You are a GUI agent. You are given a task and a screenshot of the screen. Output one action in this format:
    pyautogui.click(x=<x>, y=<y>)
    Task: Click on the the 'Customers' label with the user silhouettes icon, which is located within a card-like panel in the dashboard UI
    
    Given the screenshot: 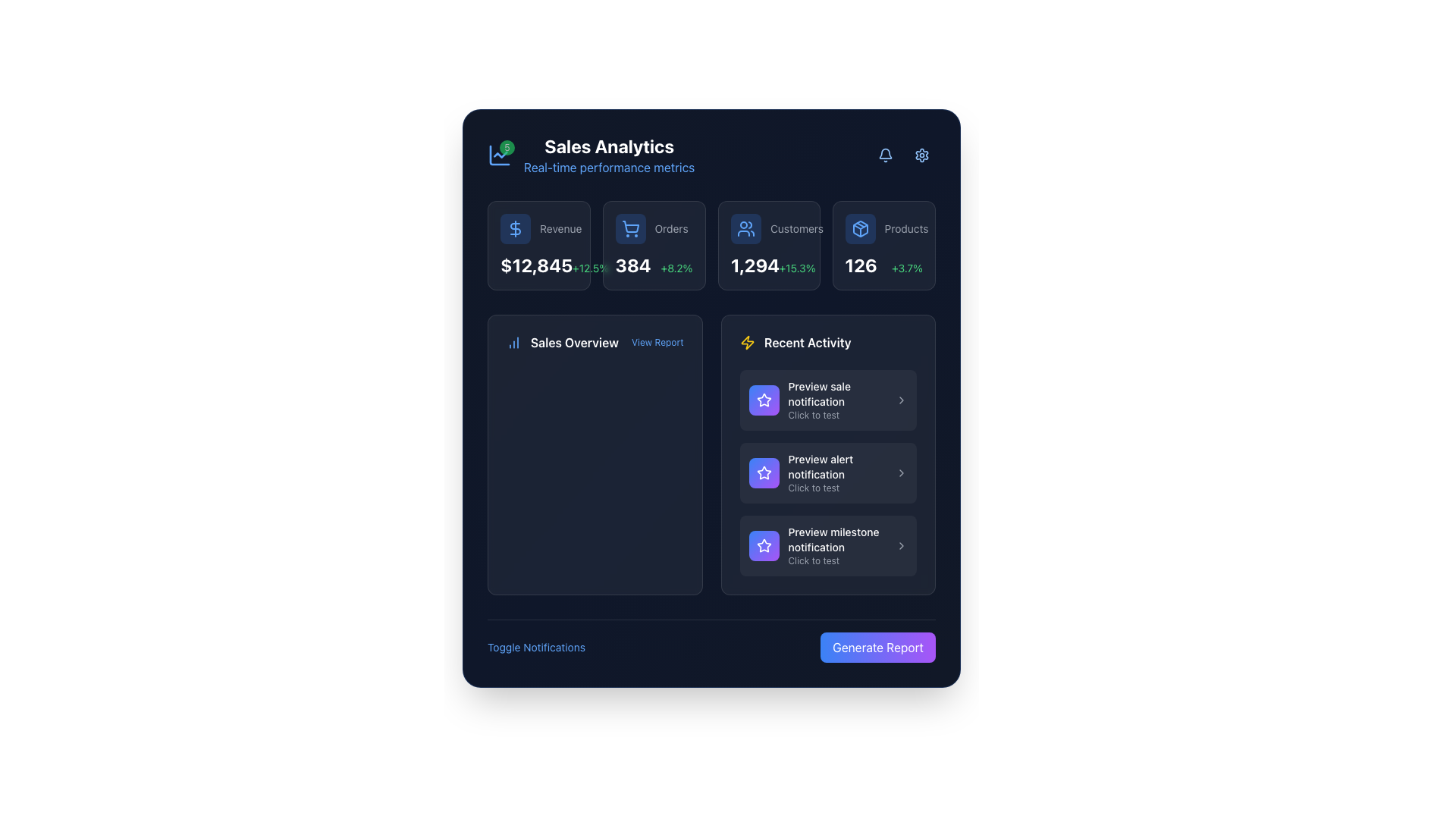 What is the action you would take?
    pyautogui.click(x=769, y=228)
    